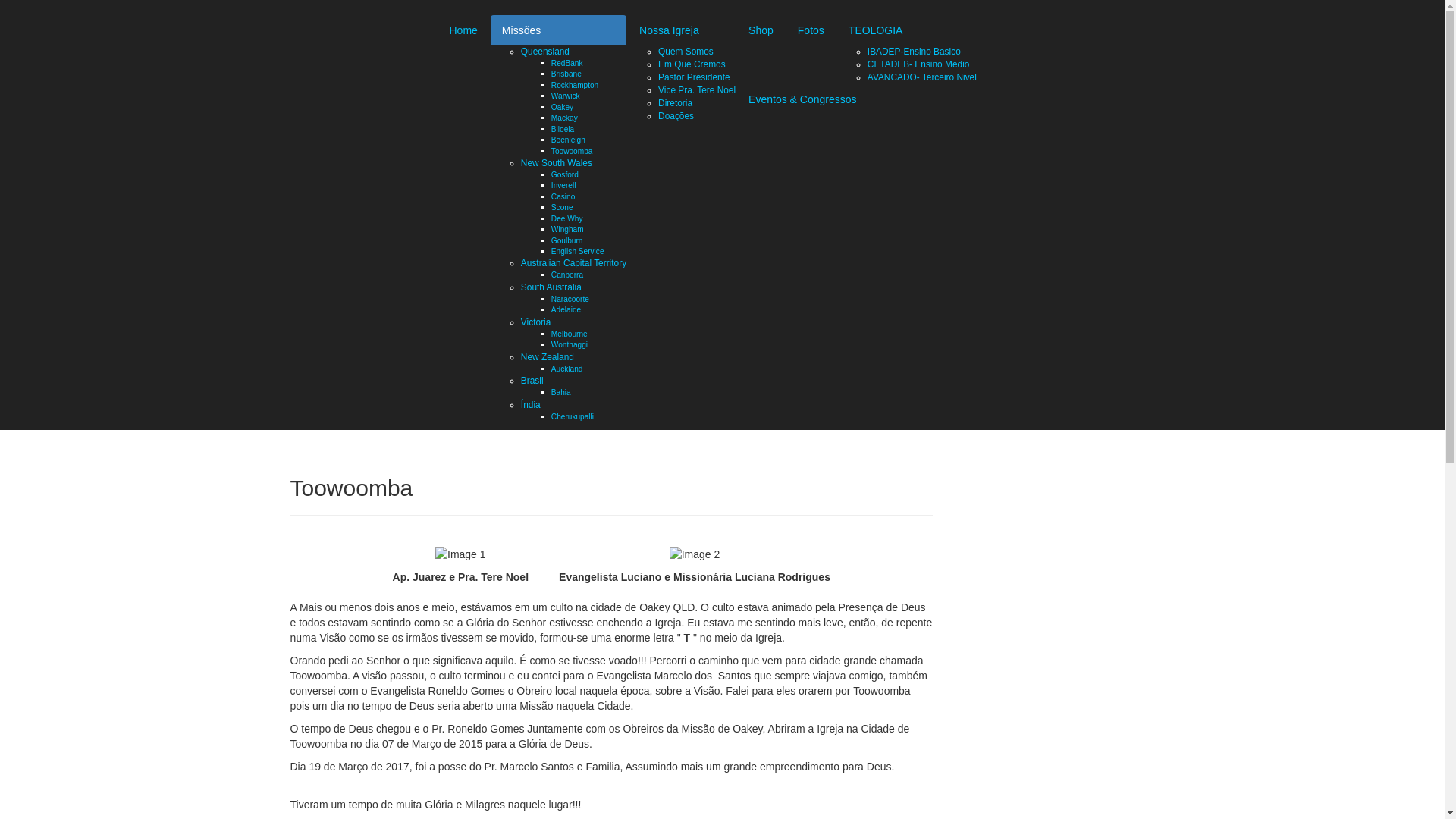  I want to click on 'Quem Somos', so click(685, 51).